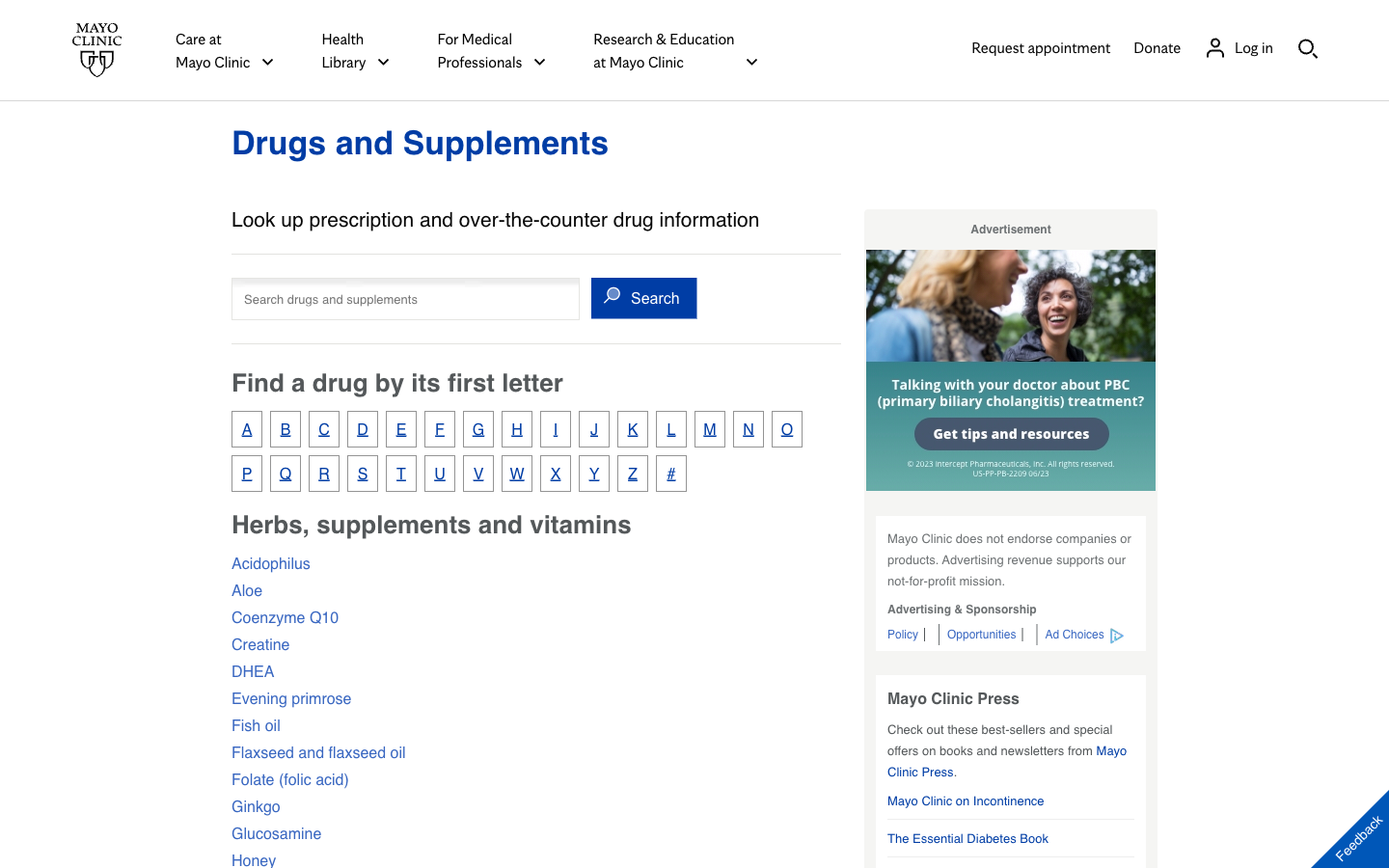 Image resolution: width=1389 pixels, height=868 pixels. Describe the element at coordinates (491, 49) in the screenshot. I see `the "for medical professionals" page on the mayoclinic website and select the first available option` at that location.